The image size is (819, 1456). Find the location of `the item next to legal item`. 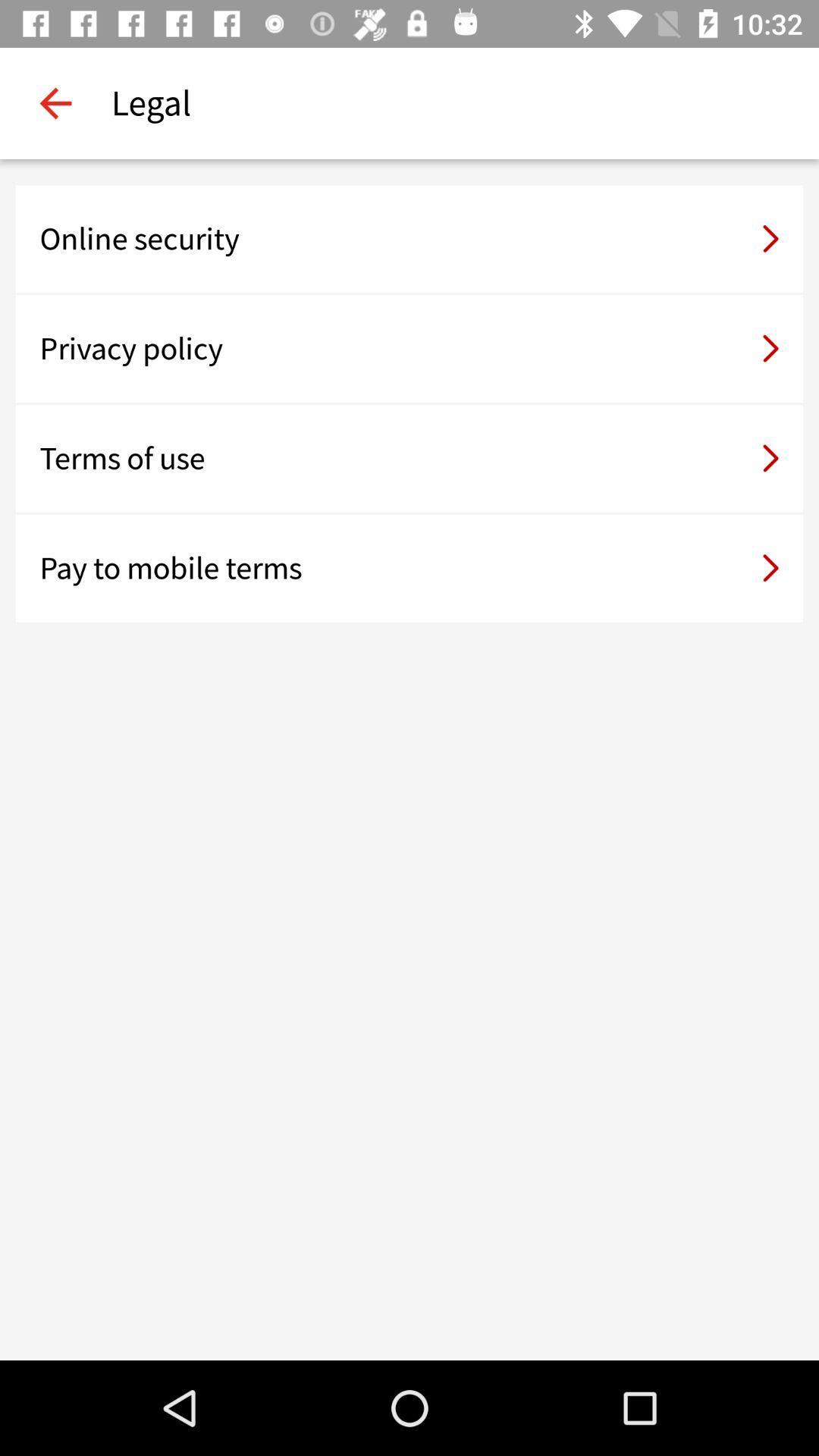

the item next to legal item is located at coordinates (55, 102).